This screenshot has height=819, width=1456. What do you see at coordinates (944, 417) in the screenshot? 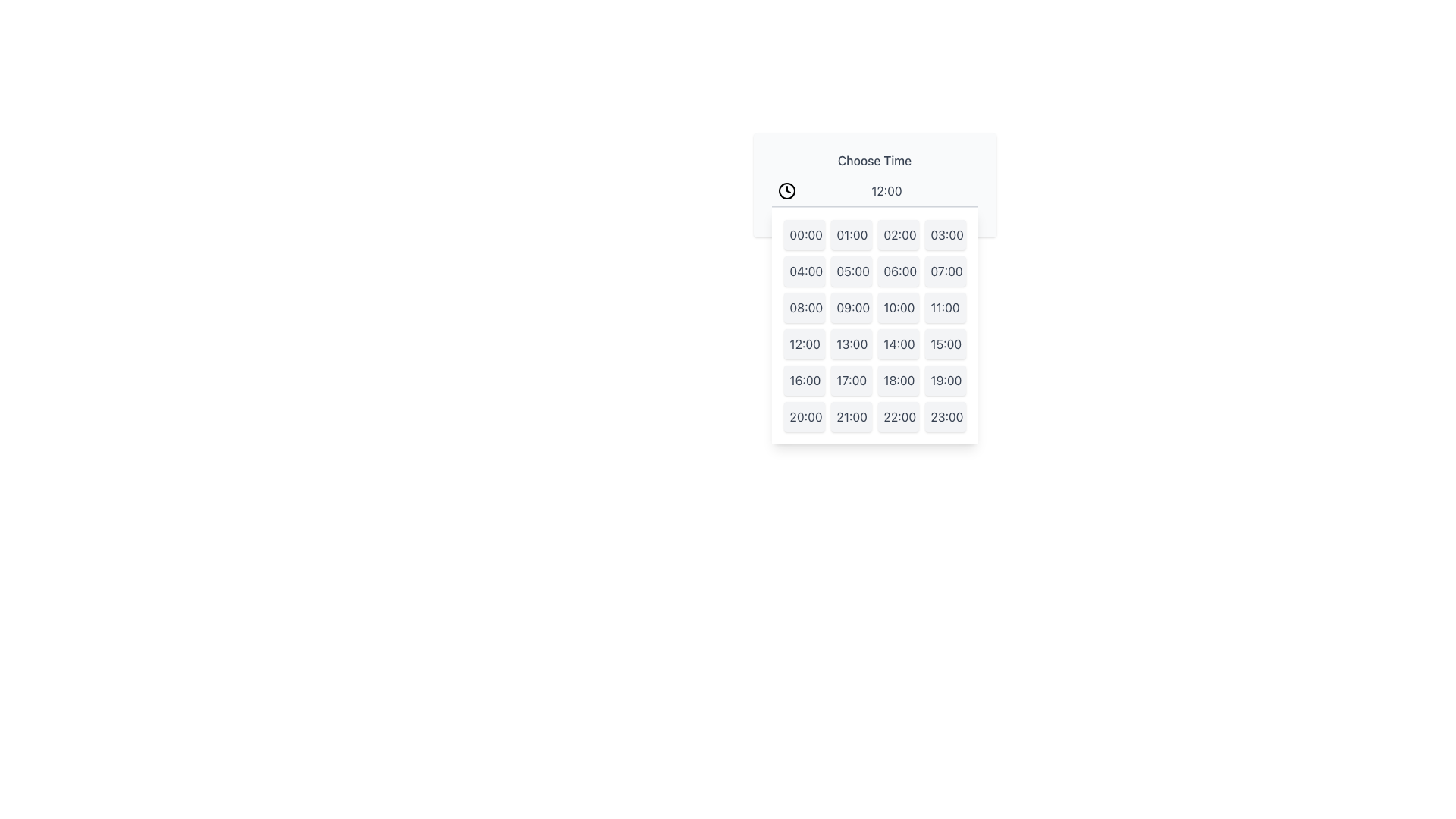
I see `the button representing the time '23:00' located at the bottom right corner of the time selection grid` at bounding box center [944, 417].